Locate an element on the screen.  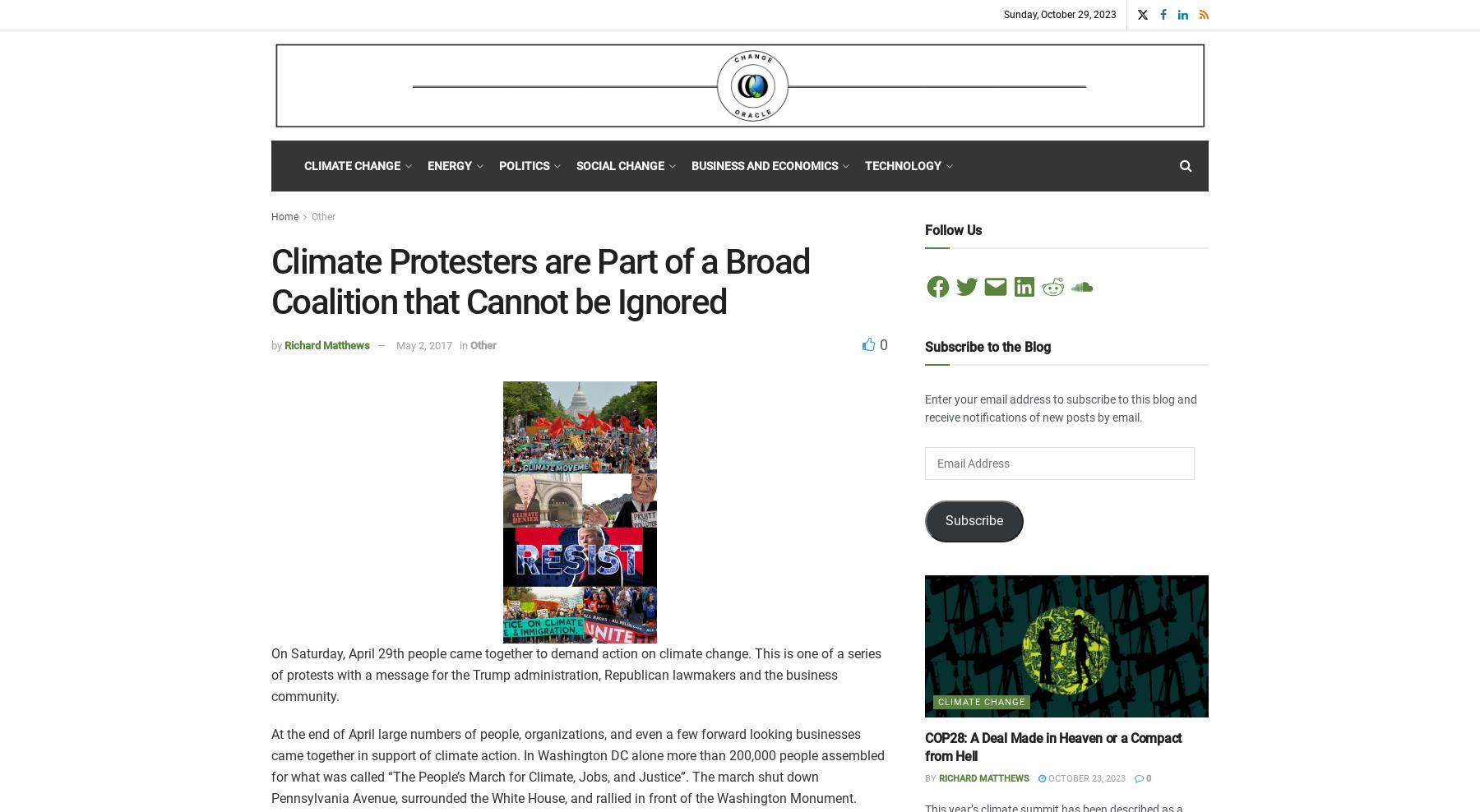
'October 23, 2023' is located at coordinates (1085, 778).